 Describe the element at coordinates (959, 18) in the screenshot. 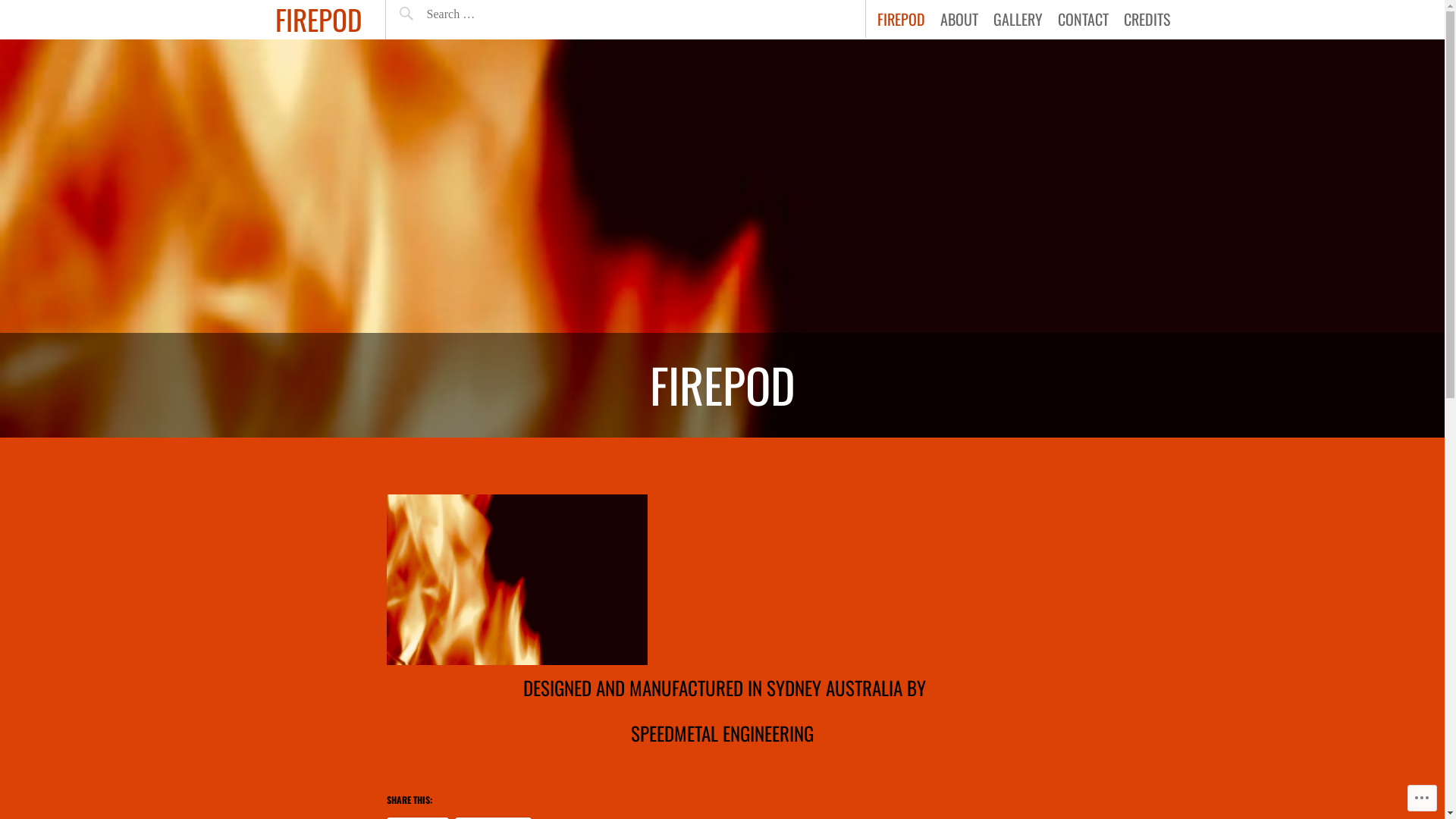

I see `'ABOUT'` at that location.